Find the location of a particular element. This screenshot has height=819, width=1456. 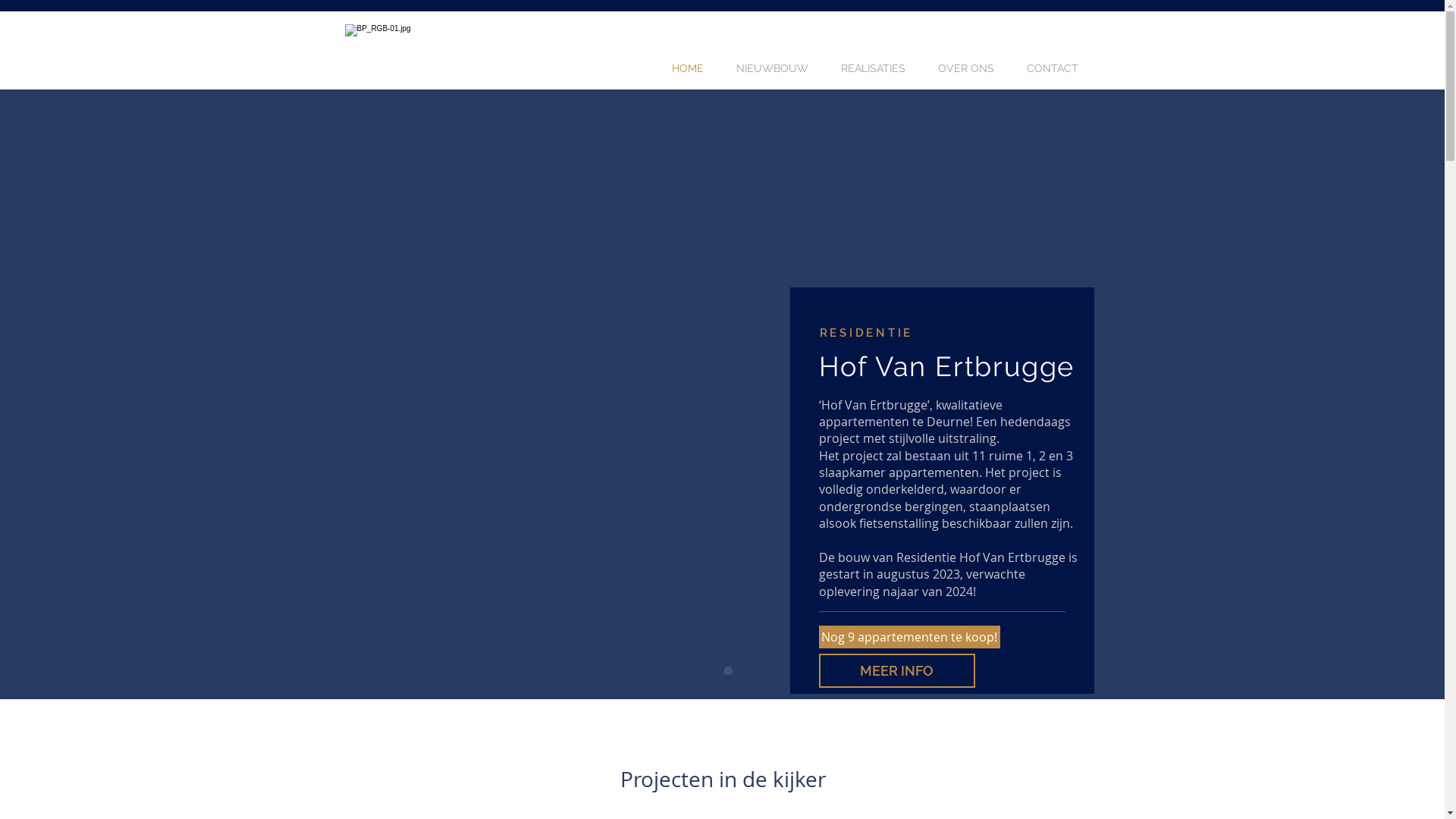

'Nog 9 appartementen te koop!' is located at coordinates (909, 637).